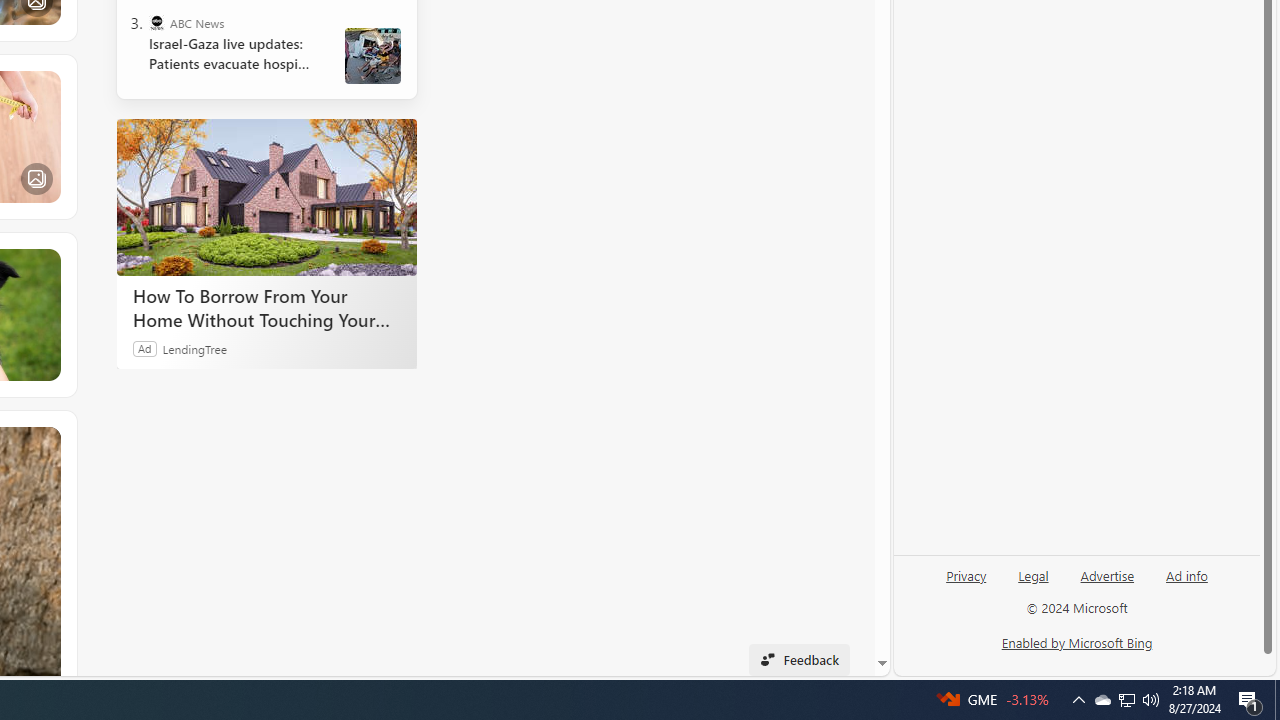 This screenshot has height=720, width=1280. Describe the element at coordinates (1106, 583) in the screenshot. I see `'Advertise'` at that location.